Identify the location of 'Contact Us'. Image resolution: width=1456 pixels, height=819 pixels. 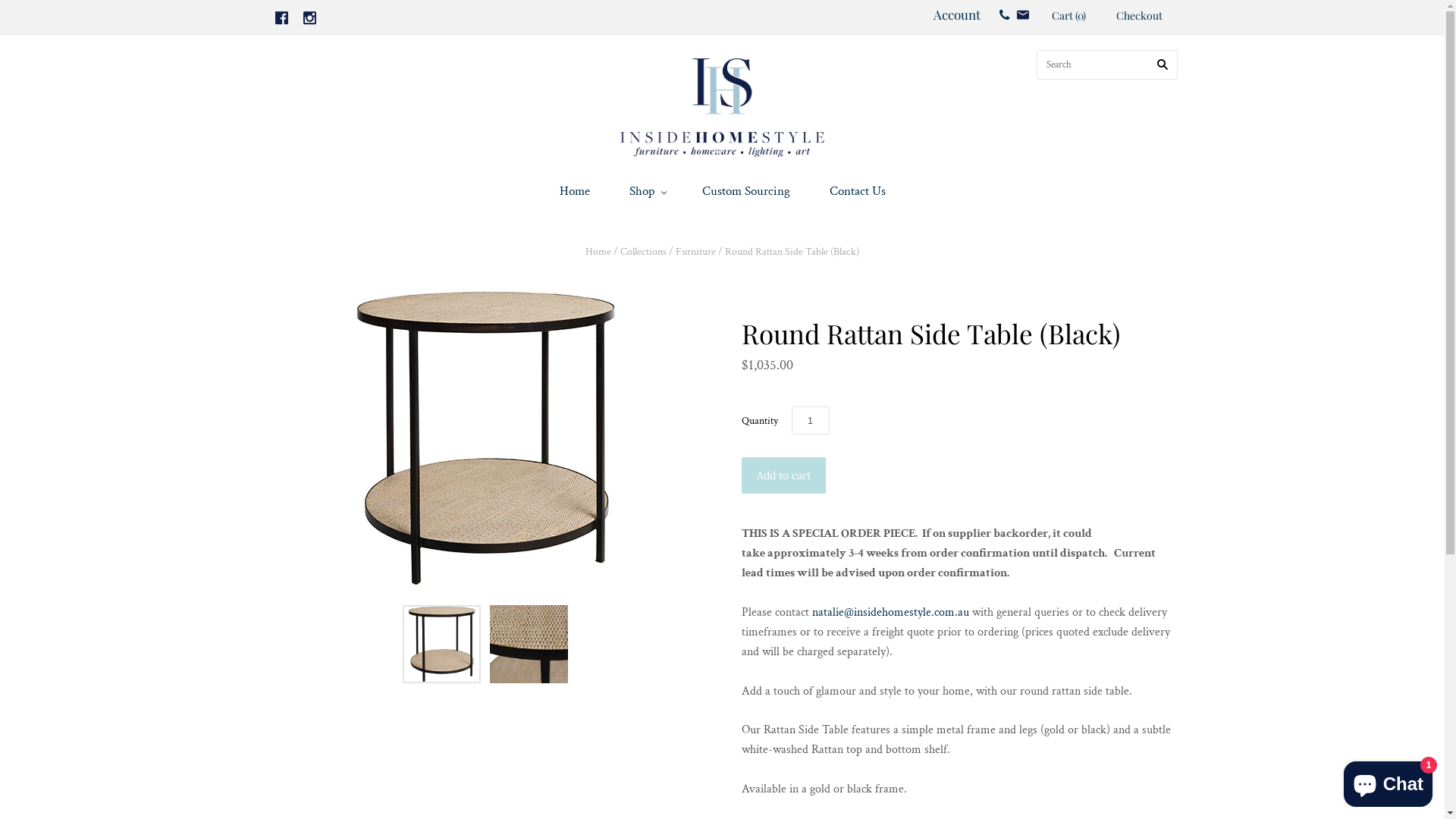
(858, 190).